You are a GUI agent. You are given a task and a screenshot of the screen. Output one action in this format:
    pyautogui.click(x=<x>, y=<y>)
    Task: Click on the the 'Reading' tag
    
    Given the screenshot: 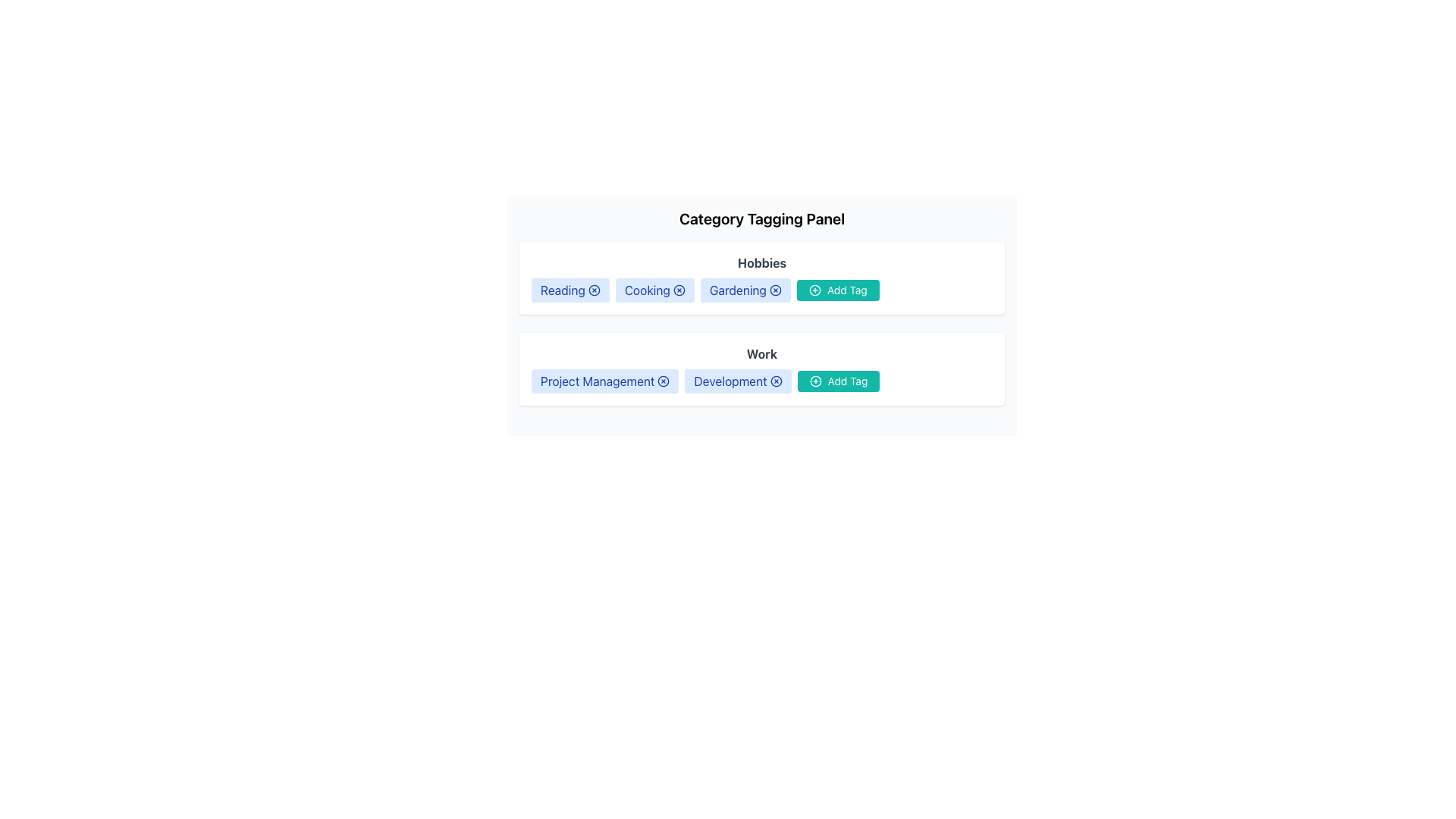 What is the action you would take?
    pyautogui.click(x=570, y=290)
    